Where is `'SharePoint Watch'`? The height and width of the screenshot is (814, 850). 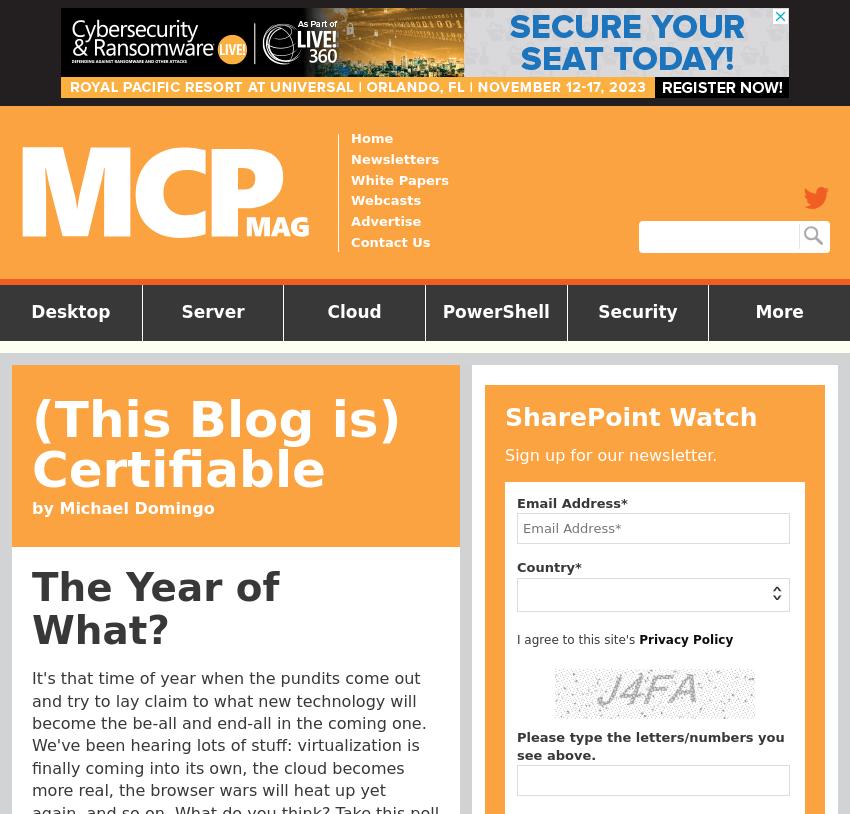 'SharePoint Watch' is located at coordinates (630, 415).